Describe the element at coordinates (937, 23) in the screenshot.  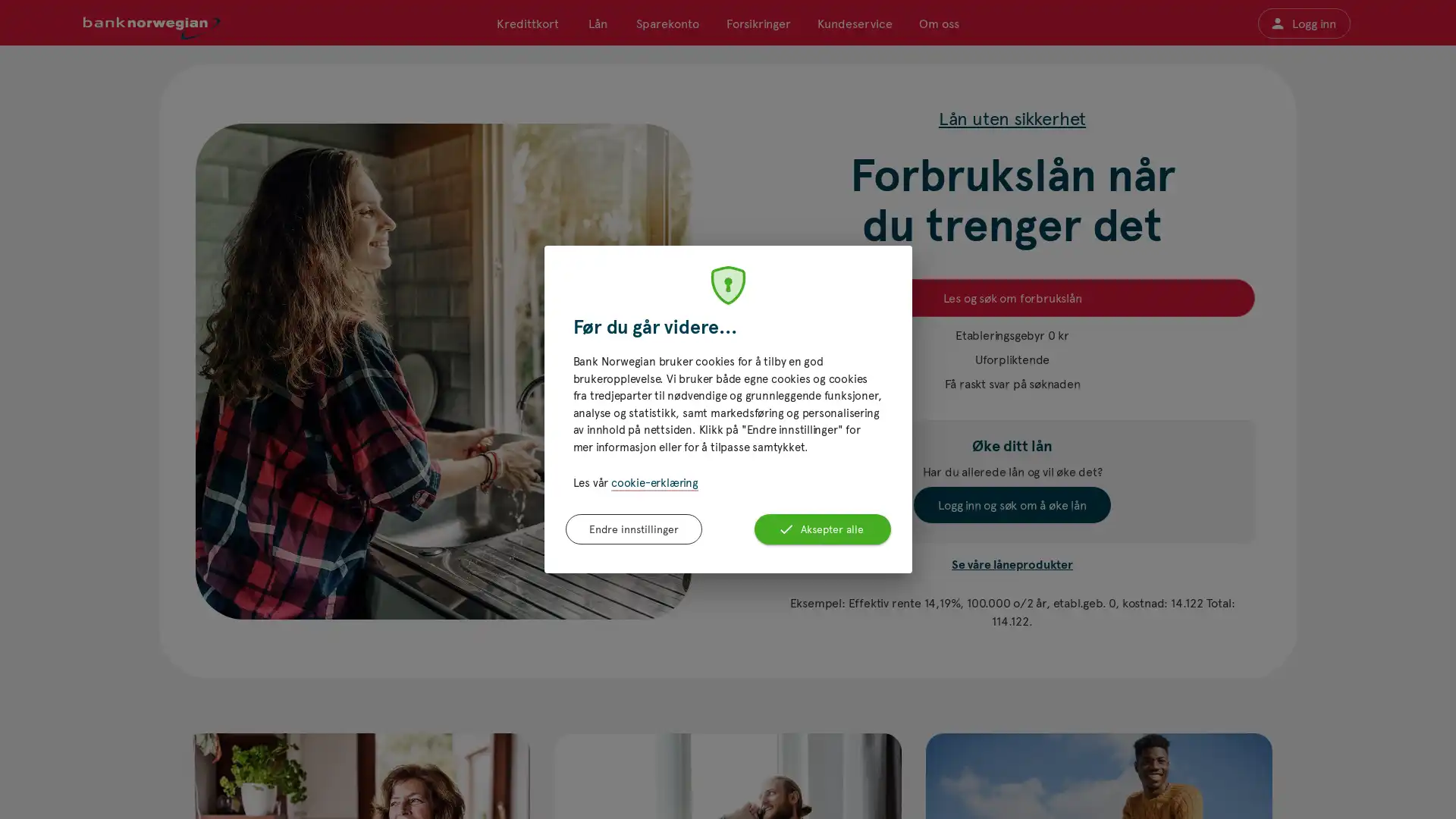
I see `Om oss` at that location.